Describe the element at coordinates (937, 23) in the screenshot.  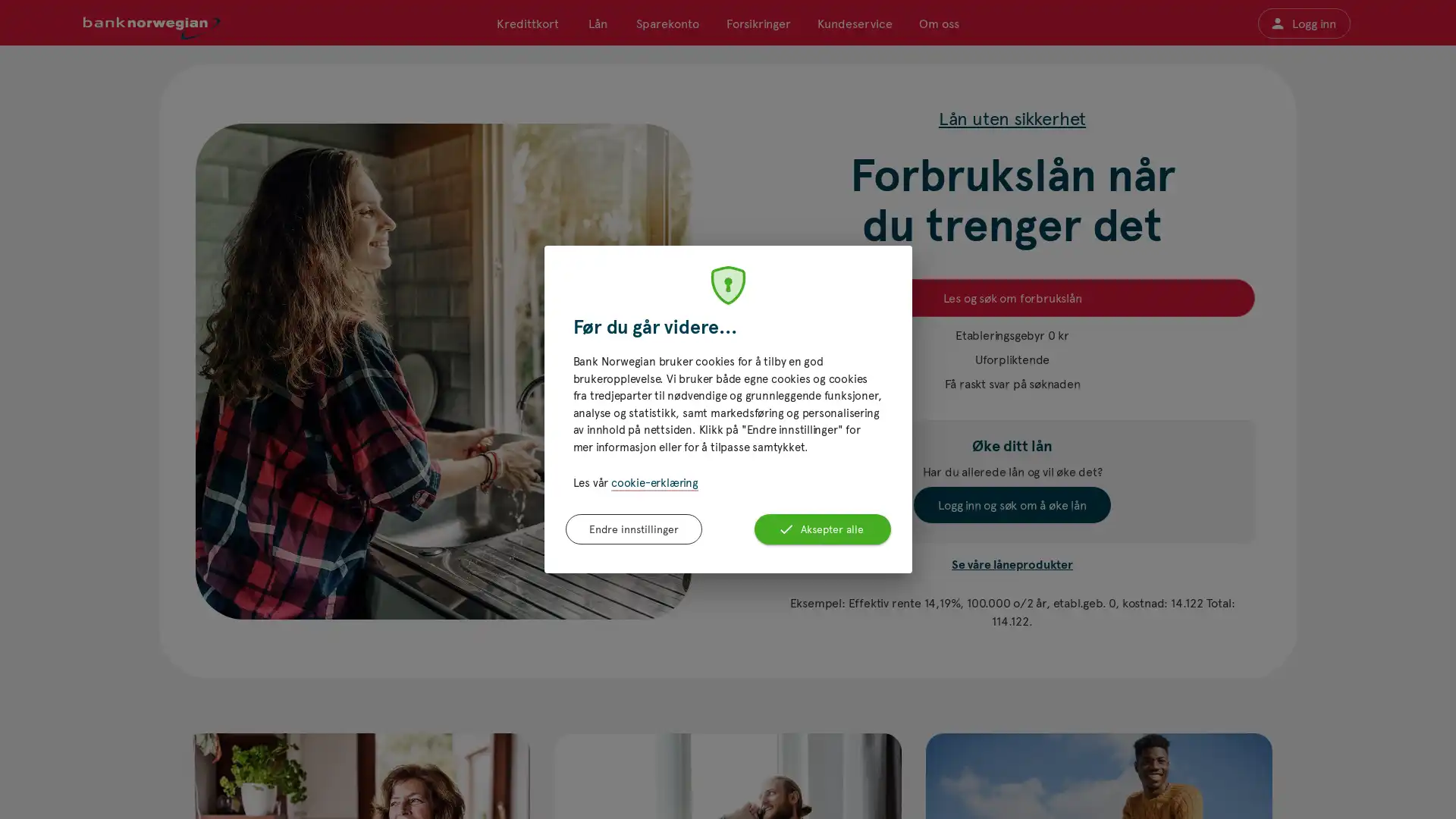
I see `Om oss` at that location.